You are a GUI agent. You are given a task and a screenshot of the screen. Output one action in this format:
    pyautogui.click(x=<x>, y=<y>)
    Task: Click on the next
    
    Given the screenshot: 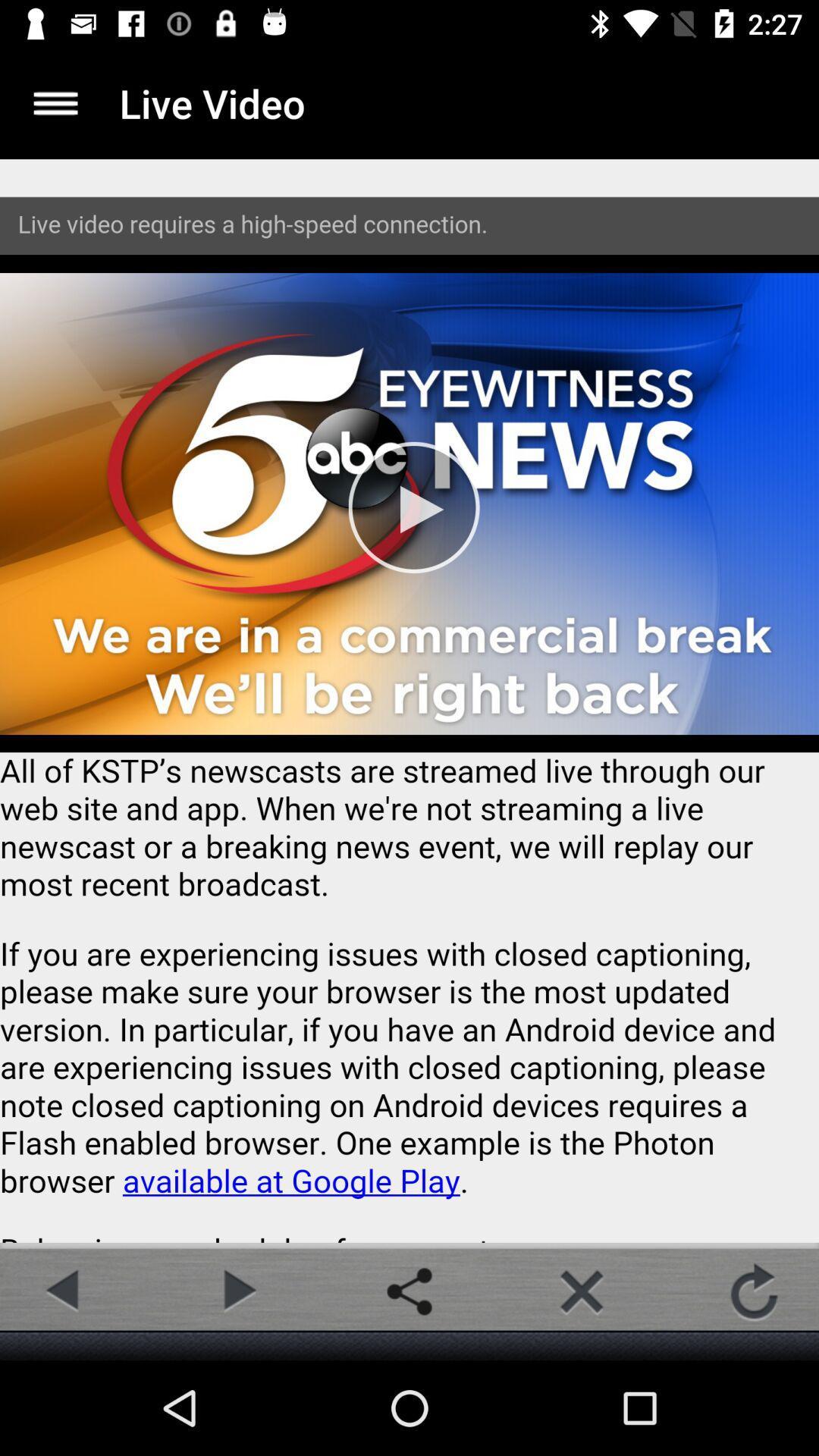 What is the action you would take?
    pyautogui.click(x=237, y=1291)
    